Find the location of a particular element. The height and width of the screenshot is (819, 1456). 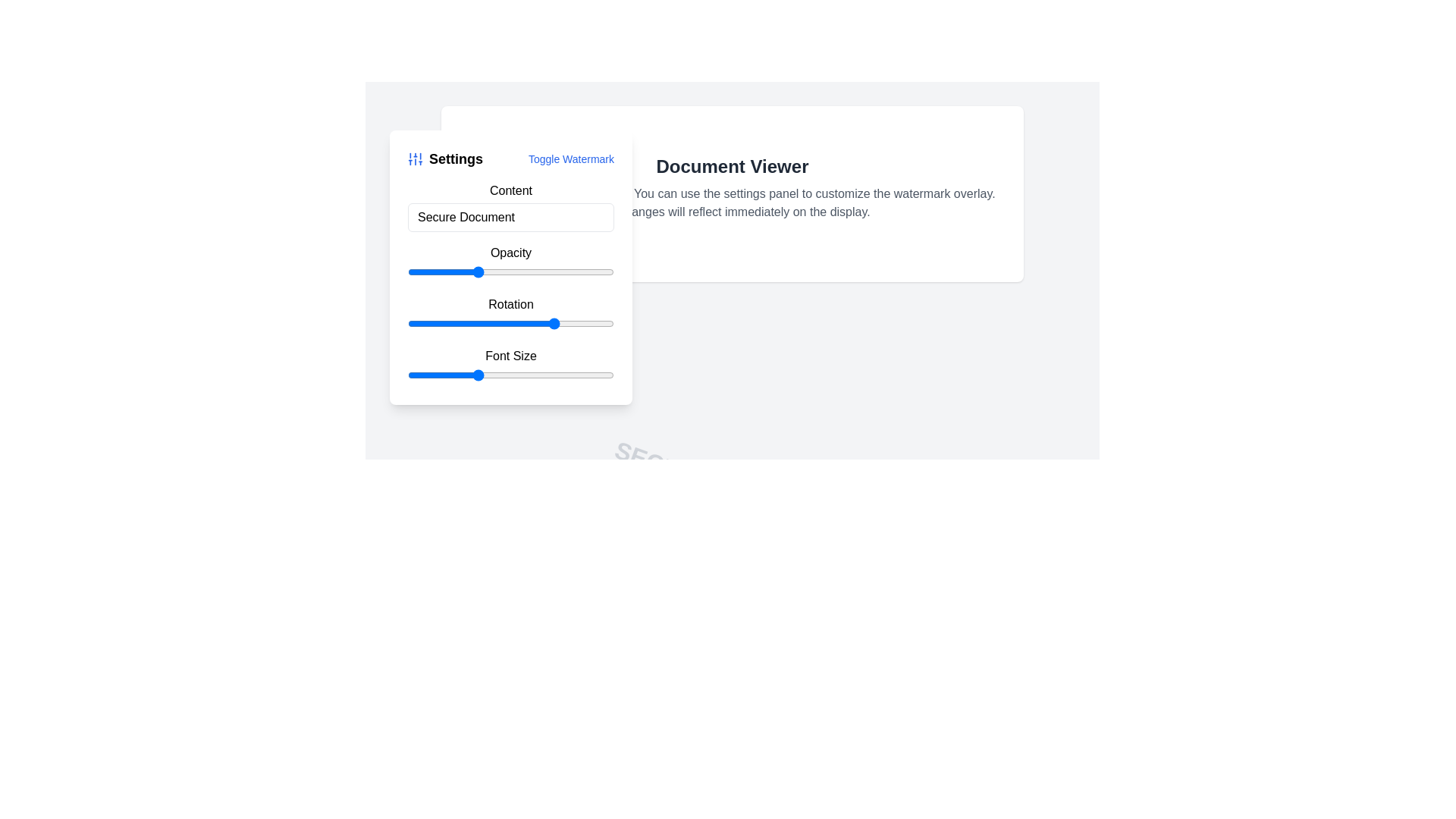

the 'Toggle Watermark' link in the Settings panel is located at coordinates (510, 158).